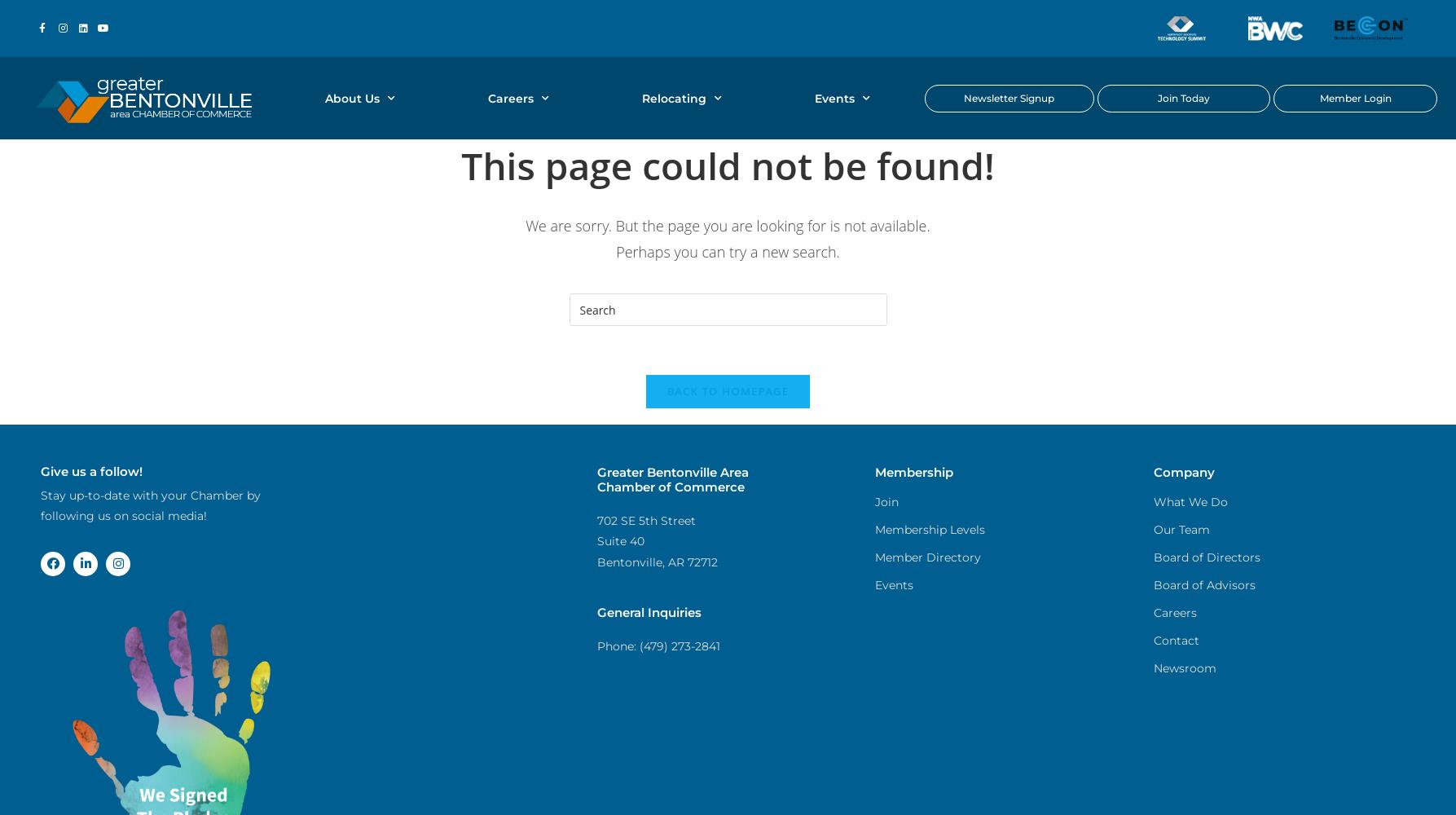 This screenshot has height=815, width=1456. Describe the element at coordinates (928, 557) in the screenshot. I see `'Member Directory'` at that location.